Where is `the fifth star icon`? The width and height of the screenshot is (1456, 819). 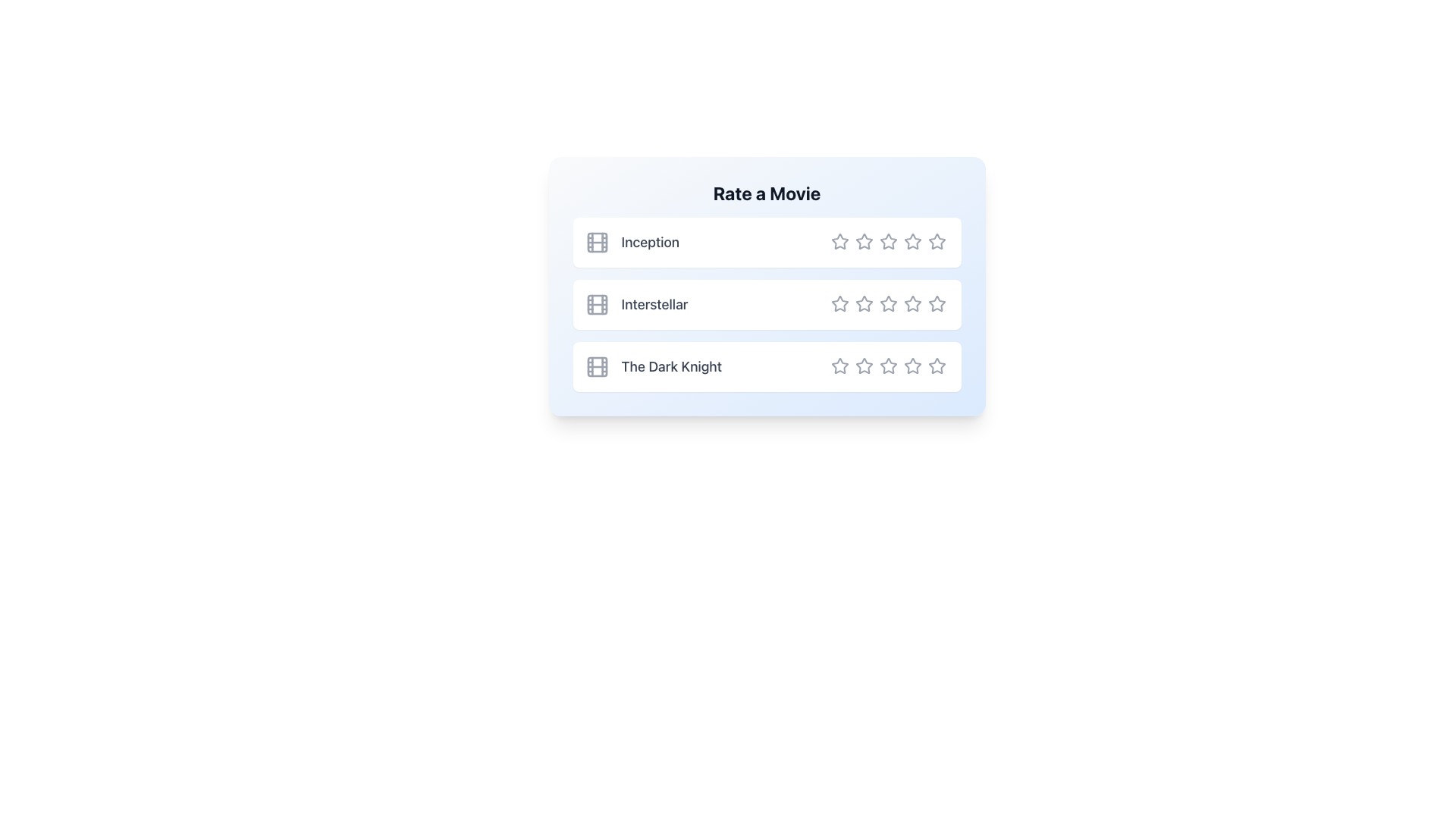 the fifth star icon is located at coordinates (935, 366).